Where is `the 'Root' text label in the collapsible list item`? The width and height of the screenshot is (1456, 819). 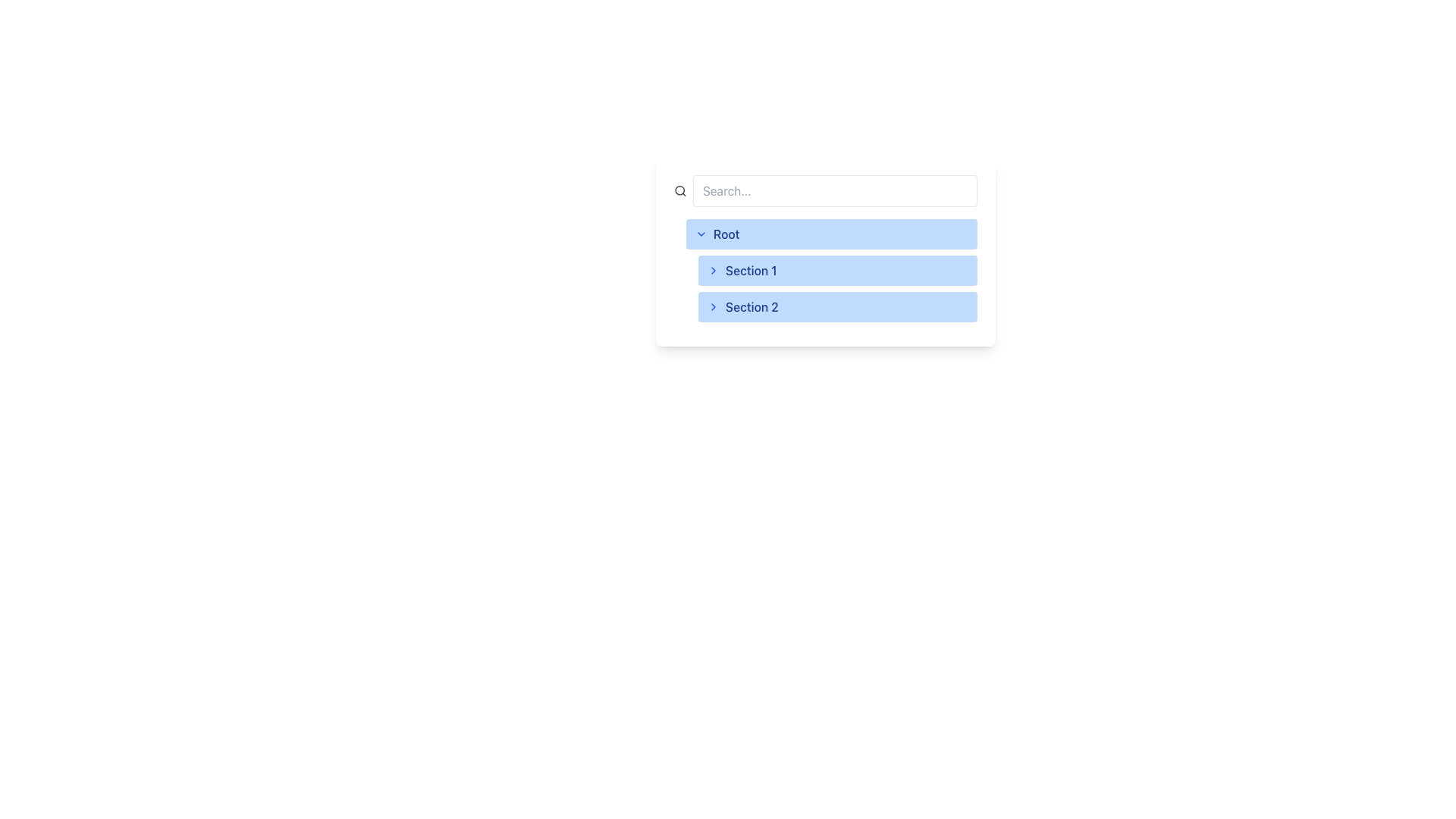
the 'Root' text label in the collapsible list item is located at coordinates (717, 234).